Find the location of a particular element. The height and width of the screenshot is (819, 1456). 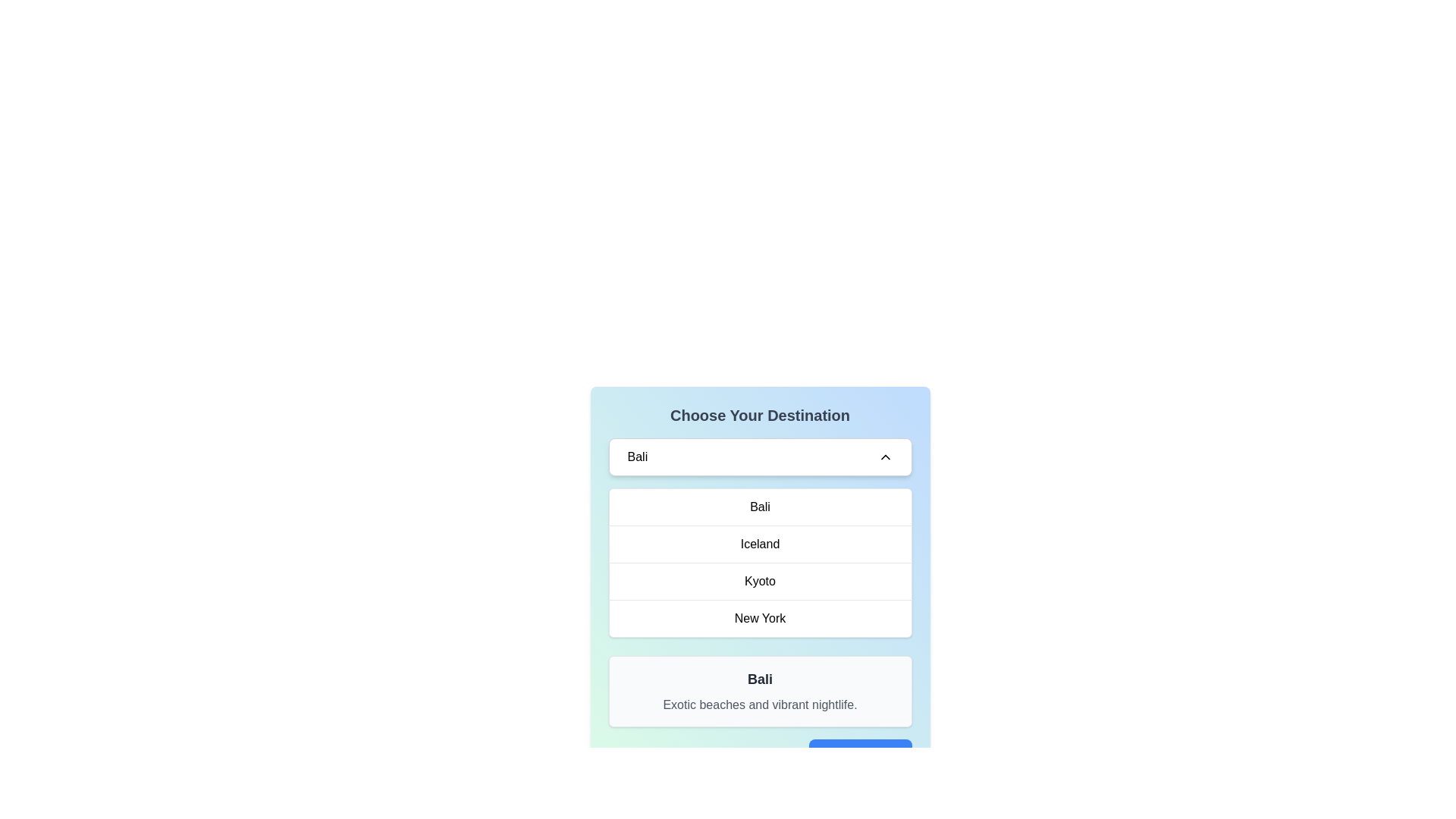

displayed text 'Bali' from the bold text label located at the left side of the box under the title 'Choose Your Destination' is located at coordinates (637, 456).